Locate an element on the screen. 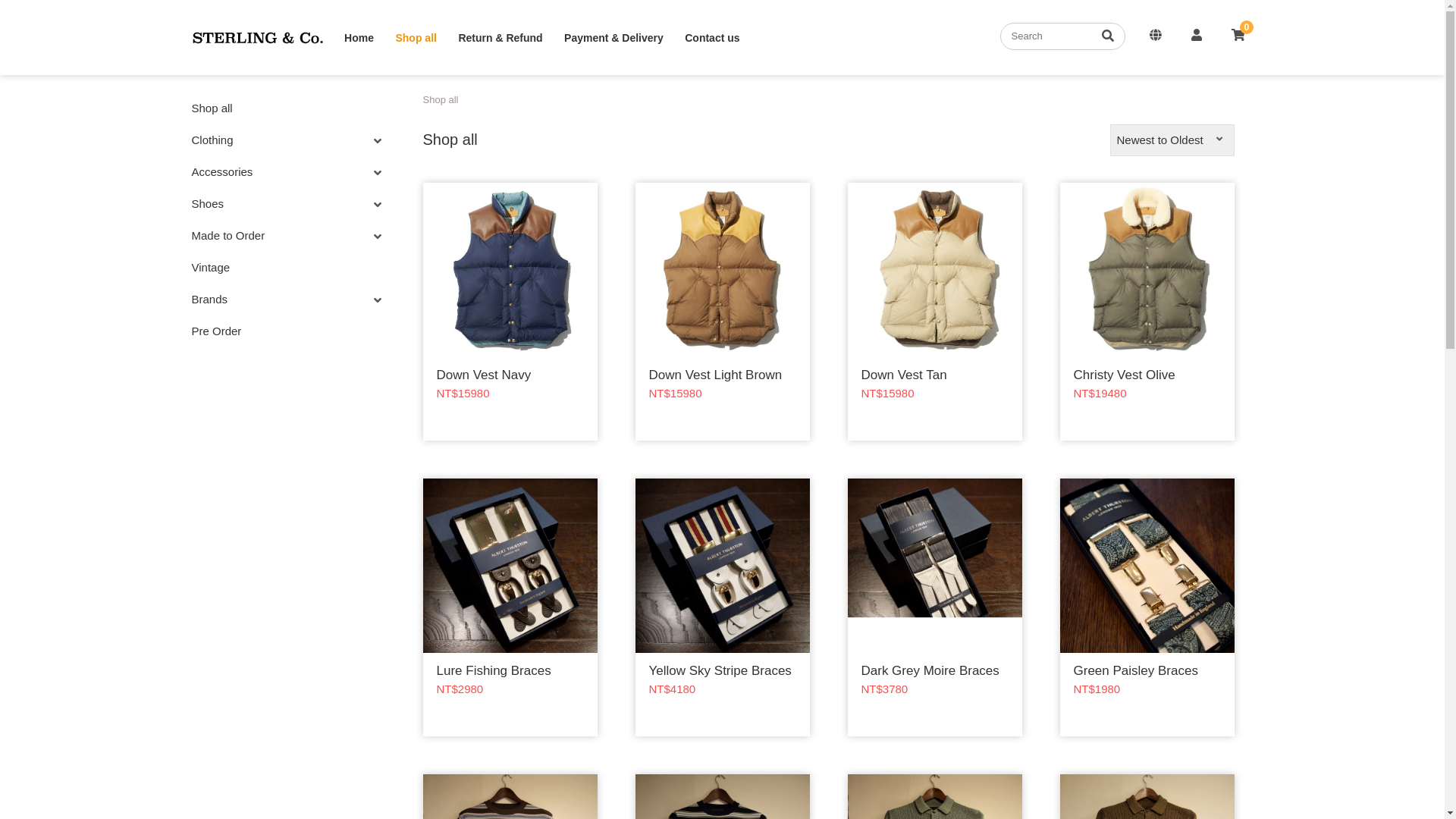 This screenshot has width=1456, height=819. 'Brands' is located at coordinates (208, 299).